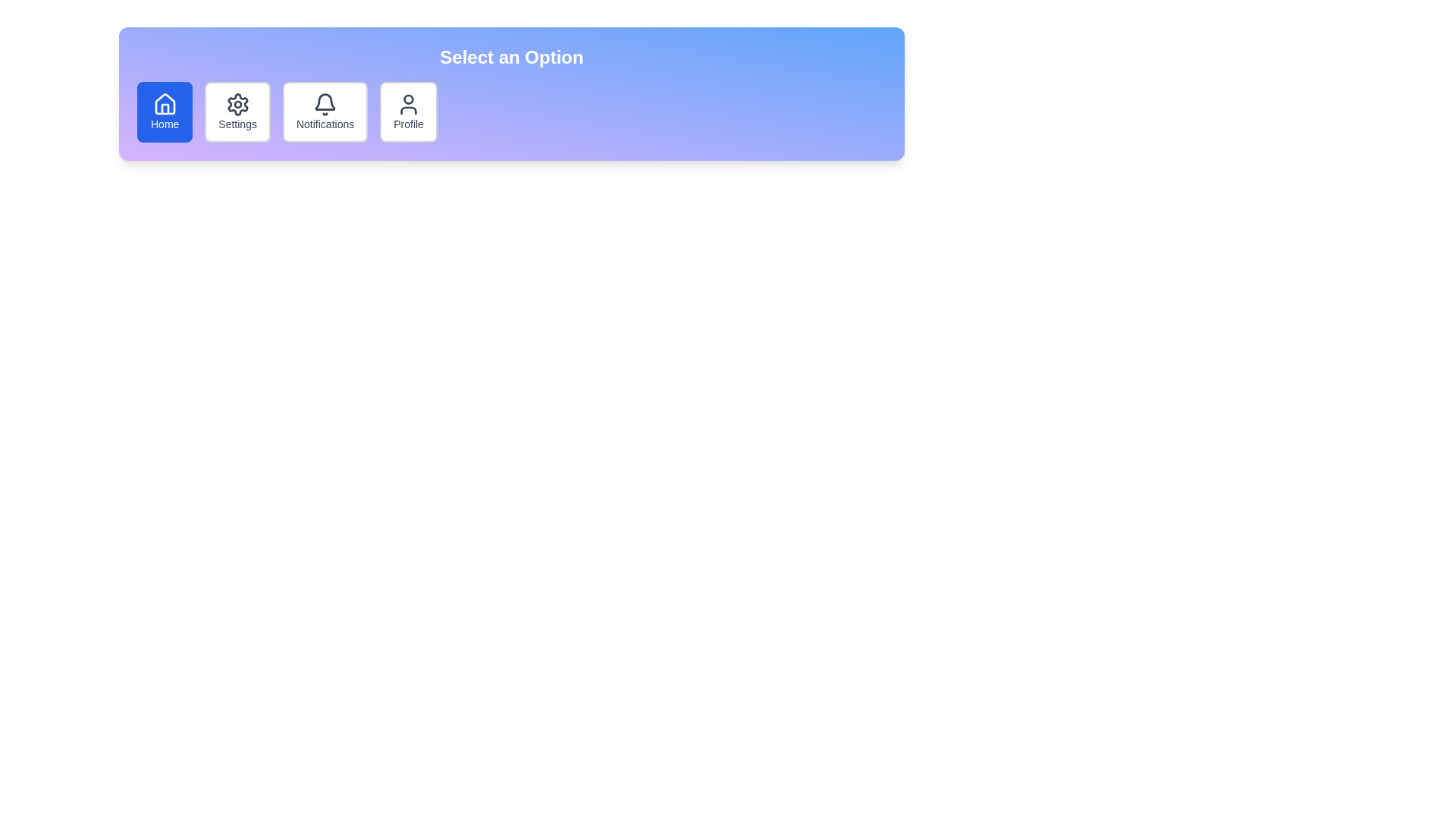  Describe the element at coordinates (237, 124) in the screenshot. I see `the 'Settings' text label in the navigation bar, which is positioned below the gear icon and serves as a clear identifier for the 'Settings' button` at that location.